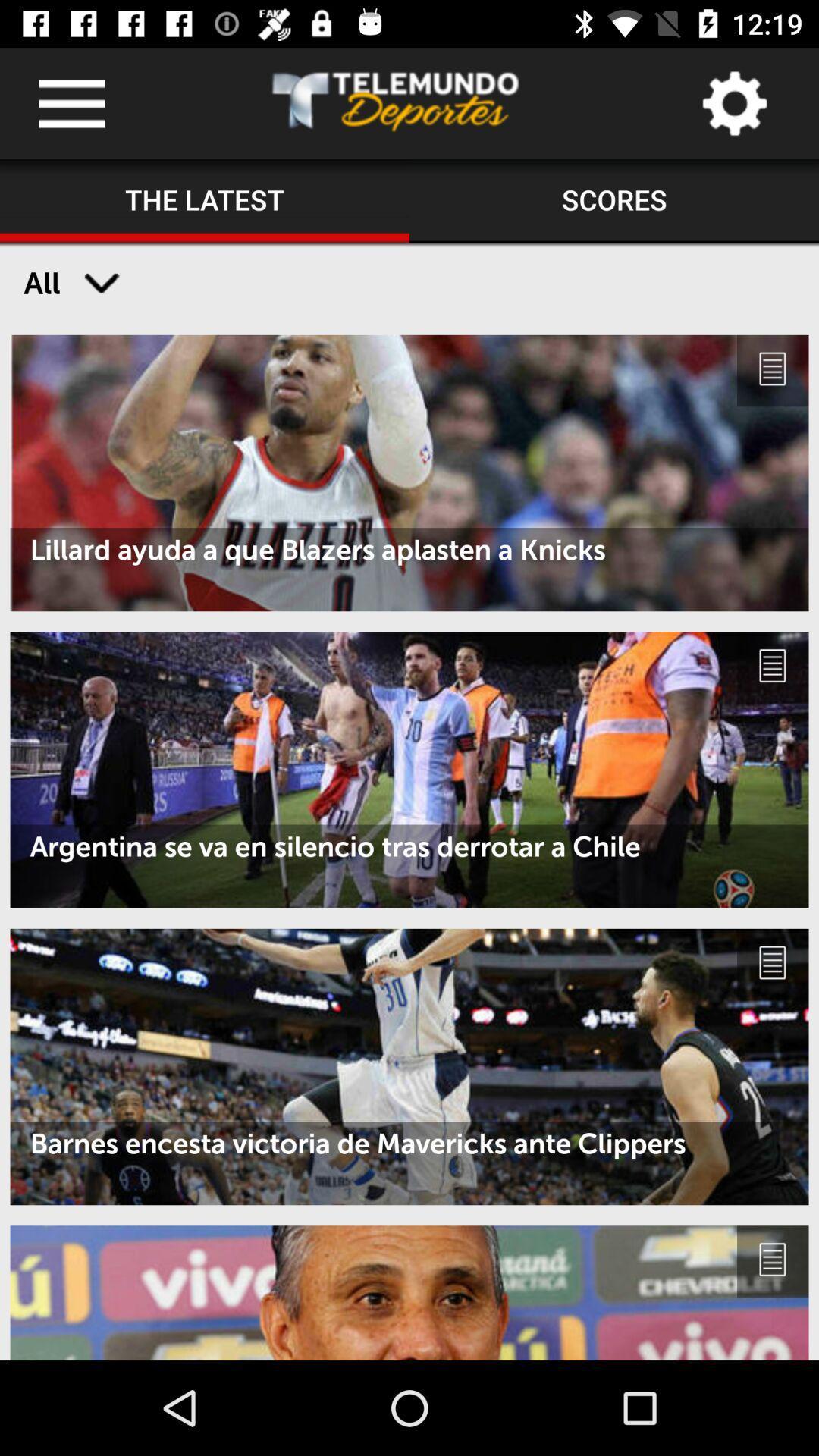 This screenshot has width=819, height=1456. Describe the element at coordinates (733, 102) in the screenshot. I see `open settings` at that location.